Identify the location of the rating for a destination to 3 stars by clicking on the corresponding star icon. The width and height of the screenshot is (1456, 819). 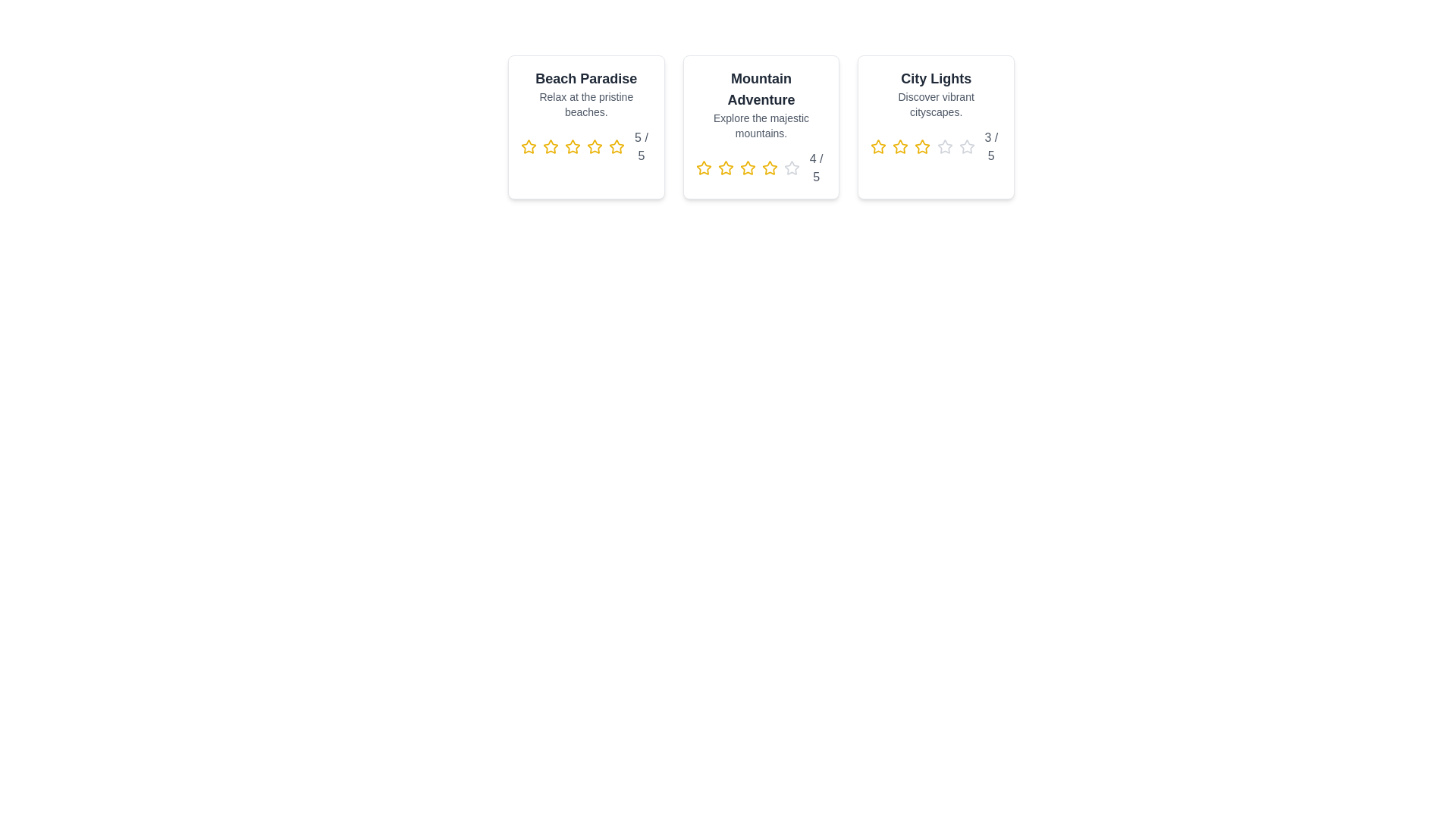
(572, 146).